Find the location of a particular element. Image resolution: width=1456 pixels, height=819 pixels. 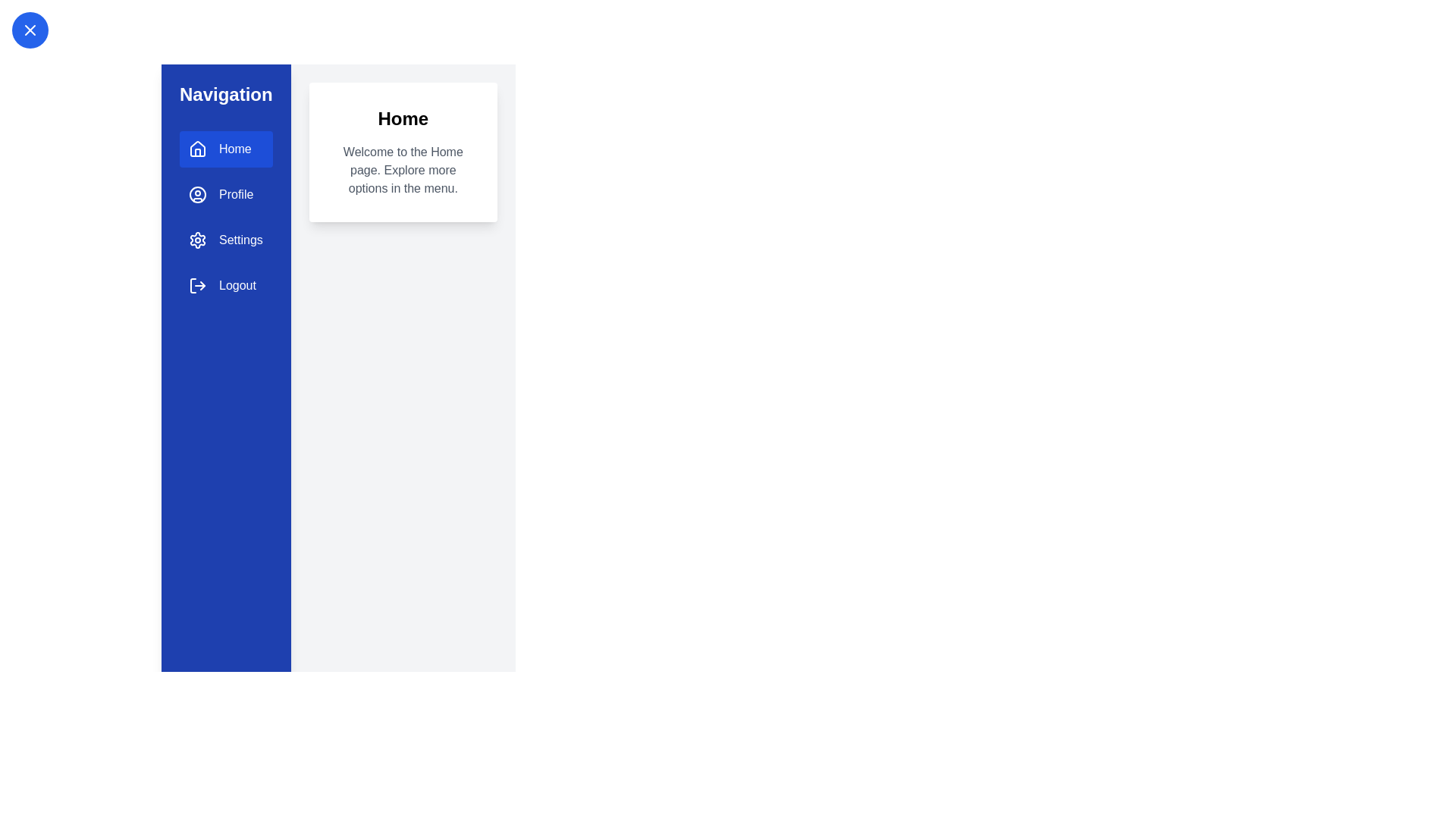

the navigation option Home to trigger its visual effect is located at coordinates (224, 149).